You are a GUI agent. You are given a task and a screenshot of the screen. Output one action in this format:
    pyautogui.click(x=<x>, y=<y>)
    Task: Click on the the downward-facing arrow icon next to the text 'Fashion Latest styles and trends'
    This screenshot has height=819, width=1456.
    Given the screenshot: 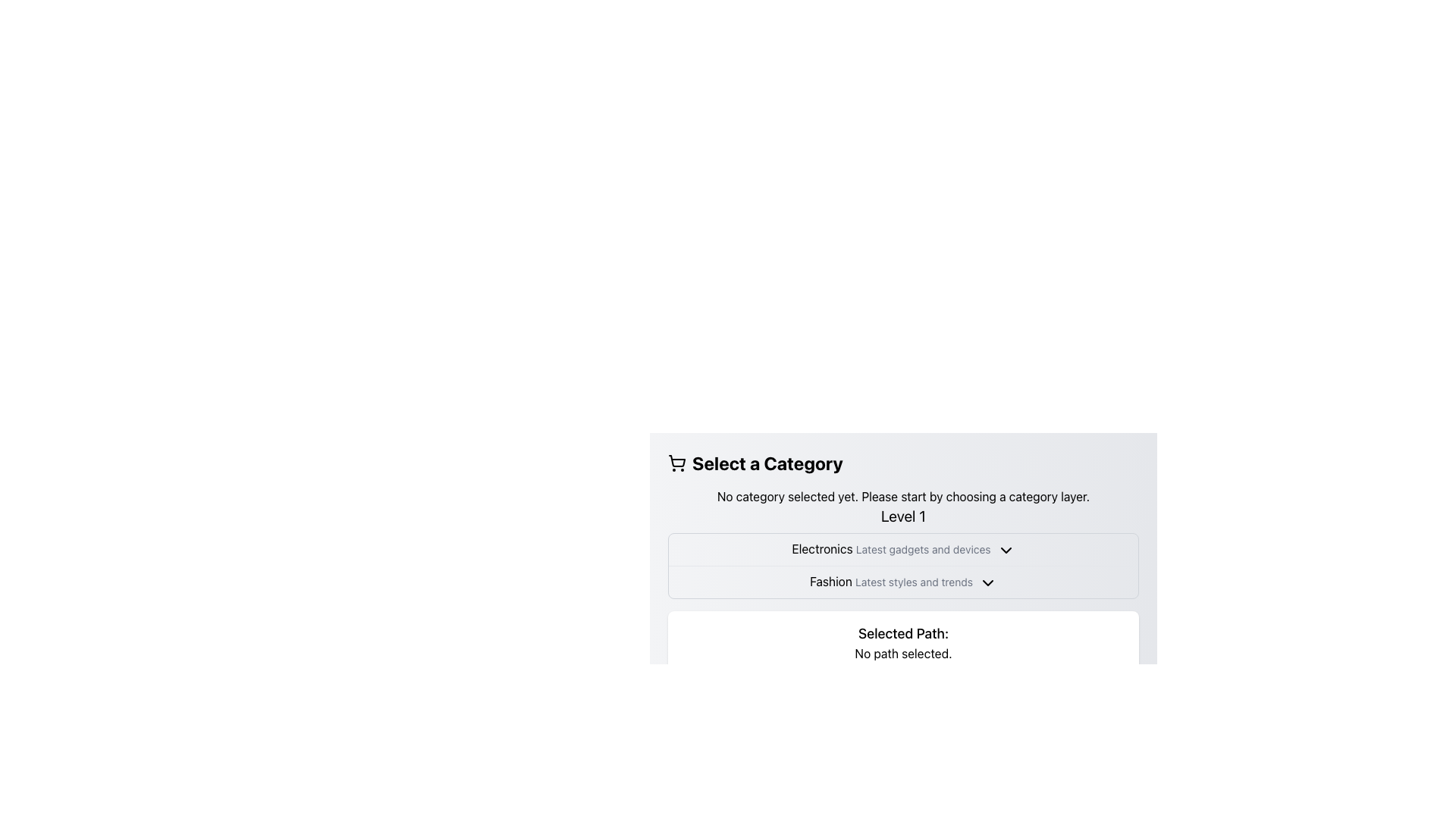 What is the action you would take?
    pyautogui.click(x=903, y=581)
    